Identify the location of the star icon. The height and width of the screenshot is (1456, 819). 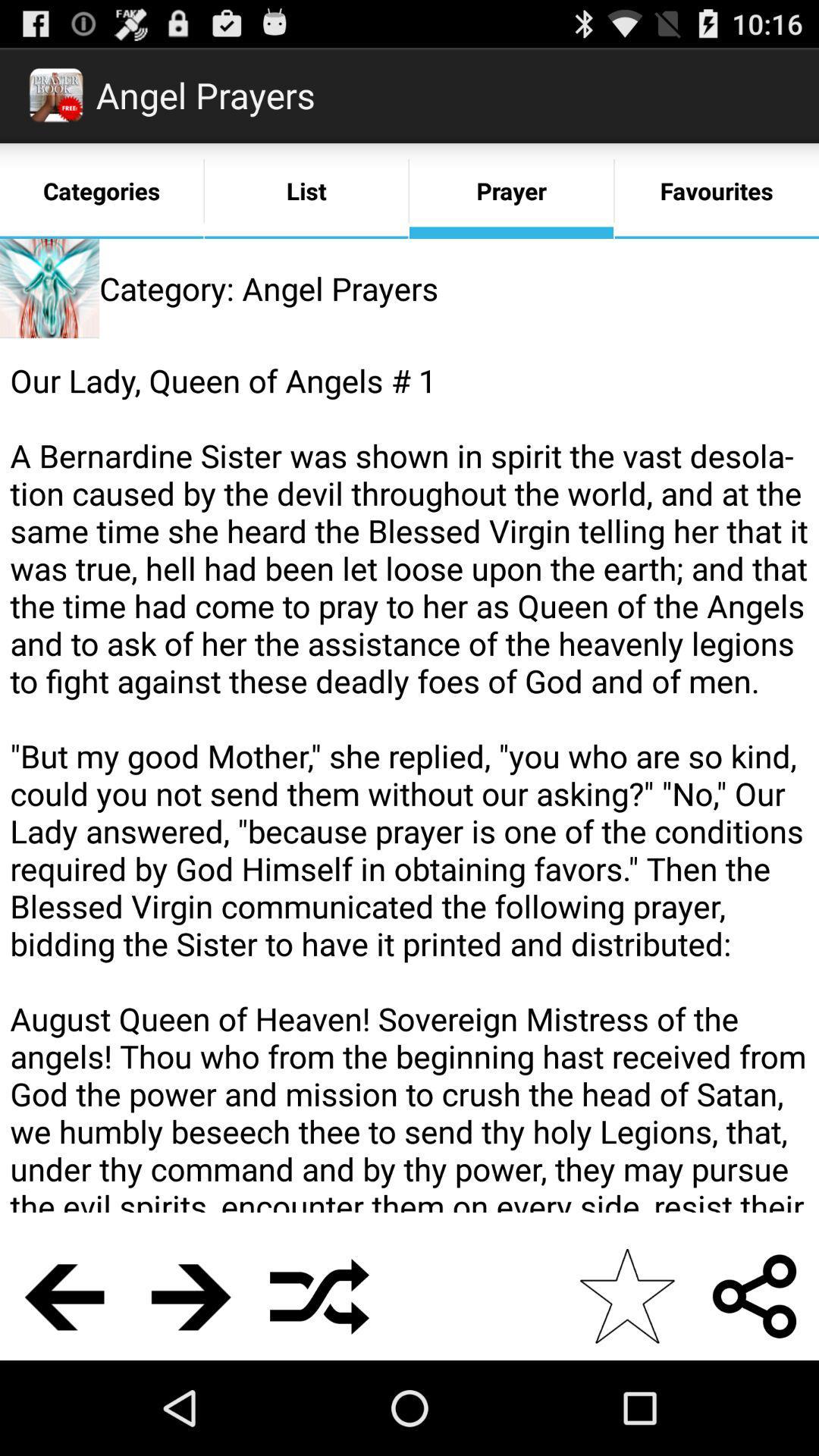
(626, 1387).